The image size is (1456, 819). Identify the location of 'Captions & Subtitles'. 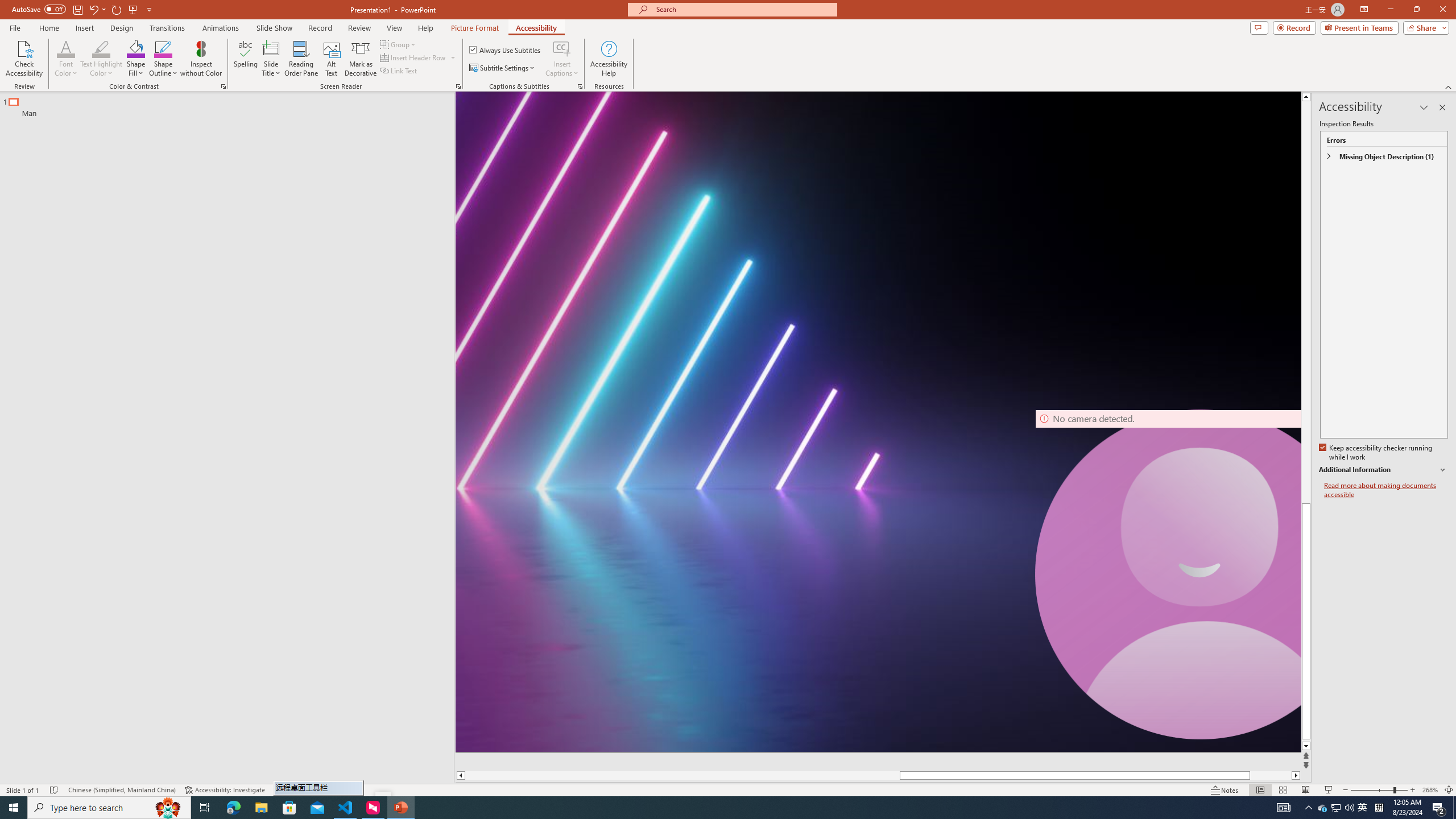
(580, 85).